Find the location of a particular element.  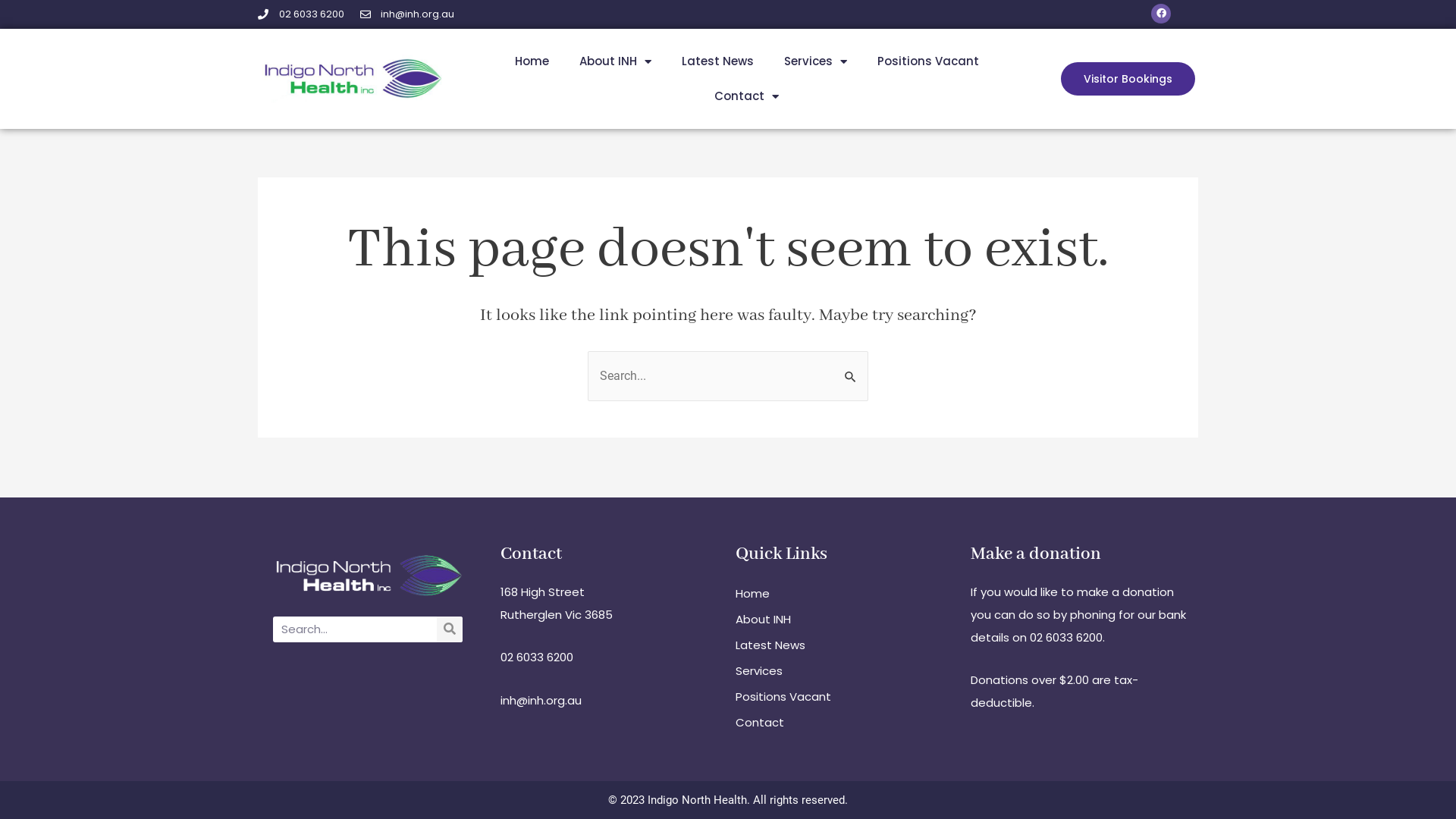

'Contact' is located at coordinates (844, 721).